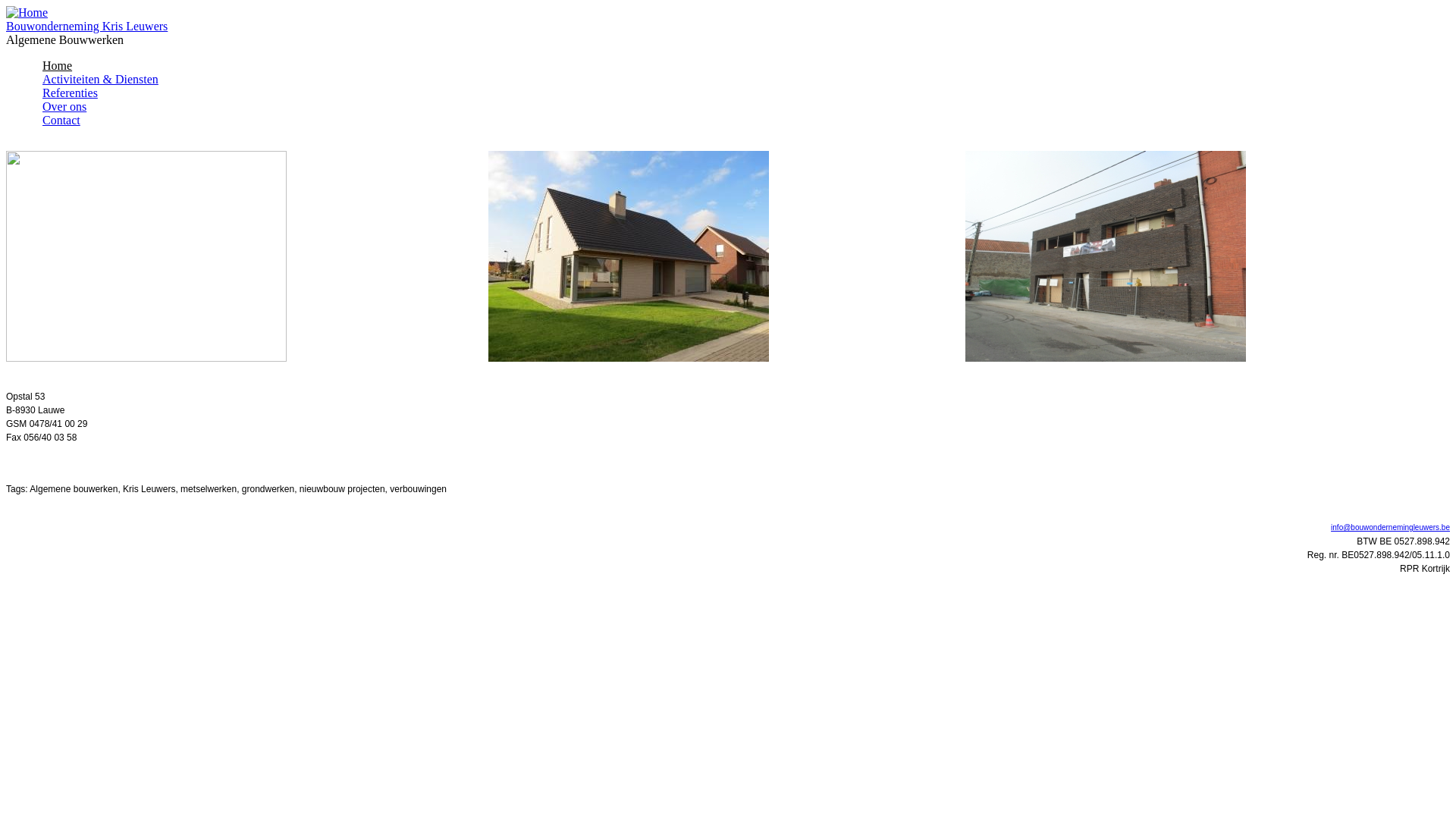 The image size is (1456, 819). Describe the element at coordinates (27, 12) in the screenshot. I see `'Home'` at that location.